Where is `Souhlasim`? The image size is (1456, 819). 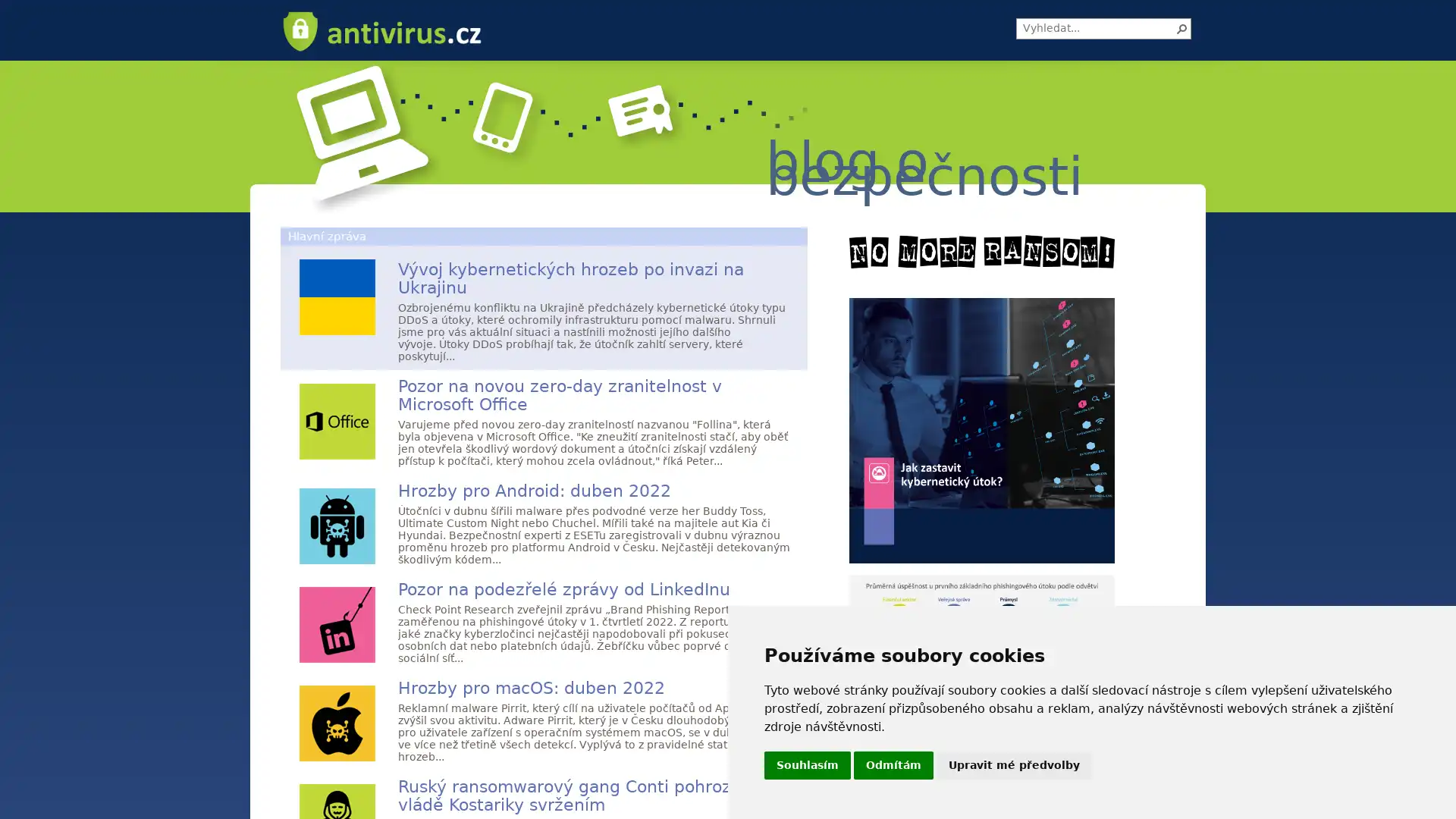
Souhlasim is located at coordinates (807, 765).